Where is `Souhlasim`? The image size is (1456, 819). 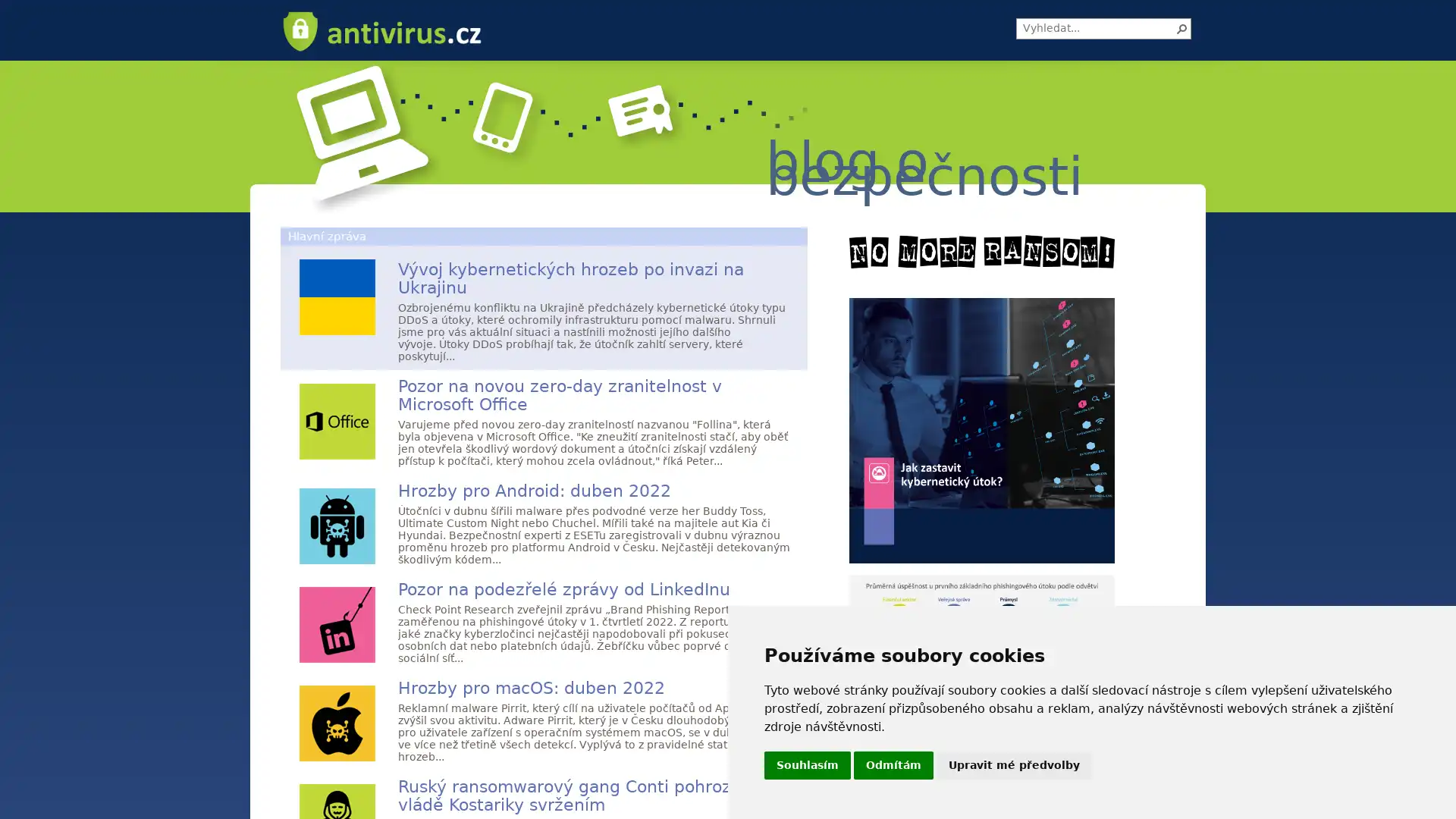
Souhlasim is located at coordinates (807, 765).